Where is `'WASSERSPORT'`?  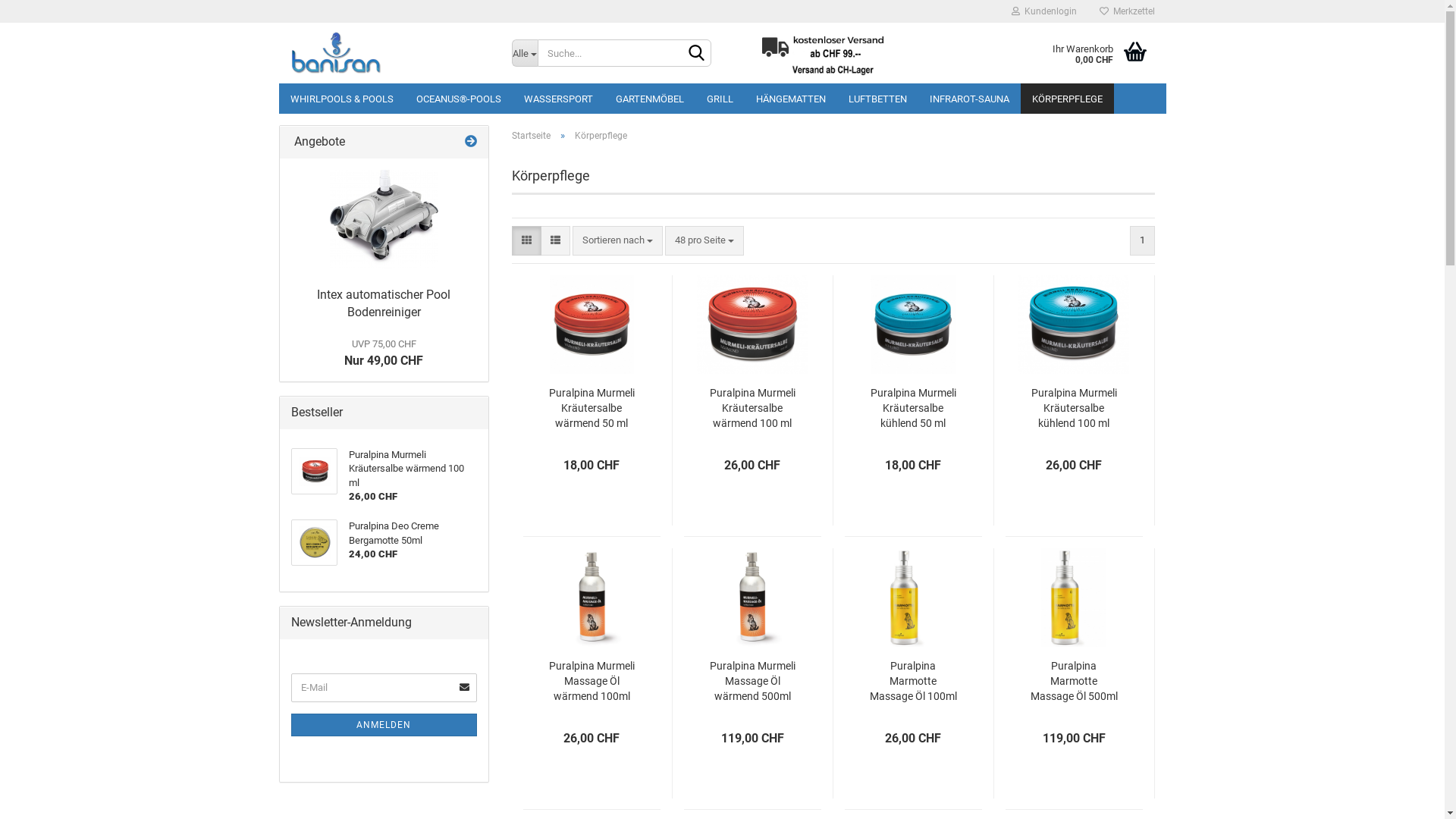 'WASSERSPORT' is located at coordinates (513, 99).